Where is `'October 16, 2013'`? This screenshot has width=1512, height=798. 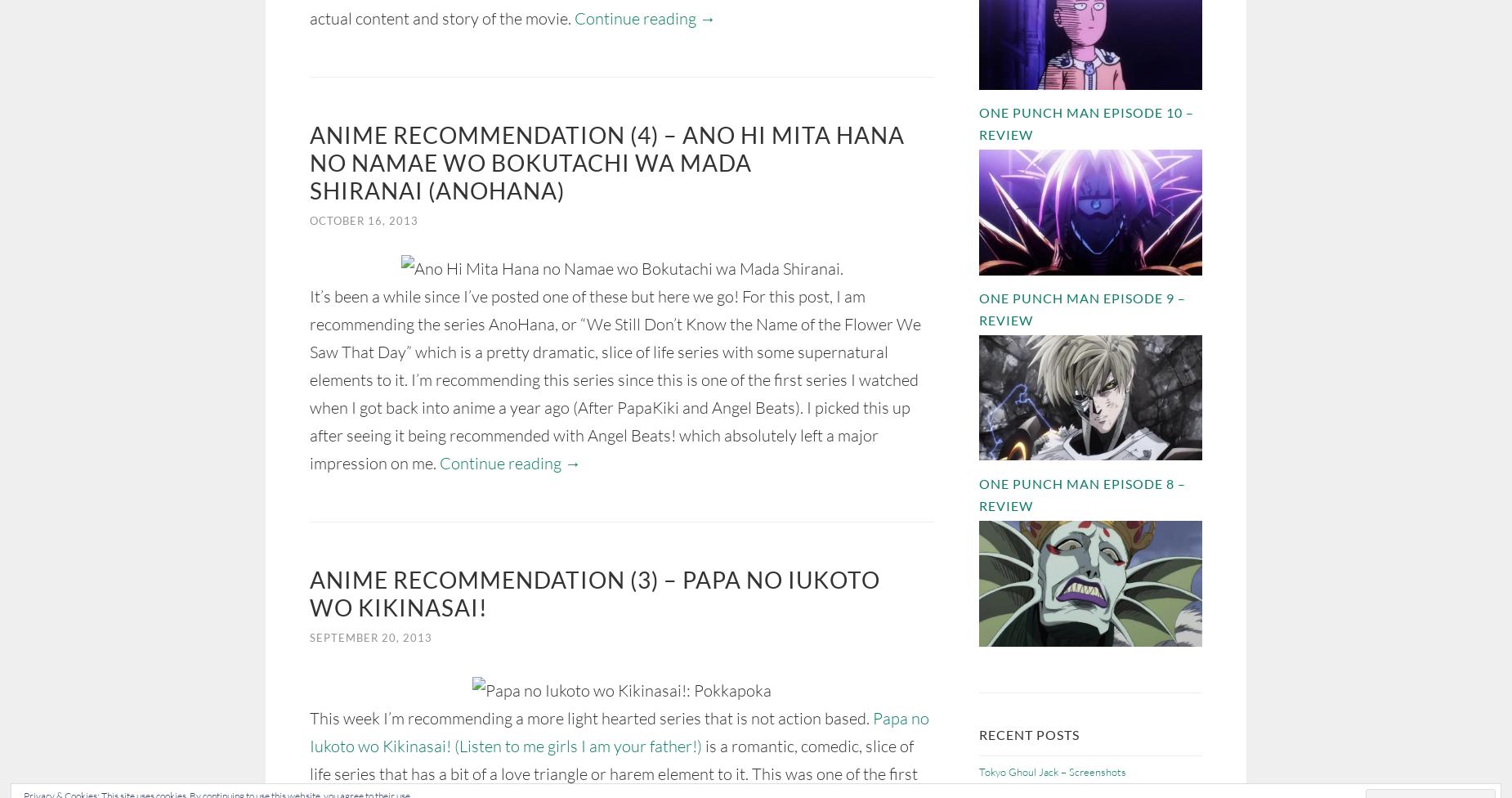 'October 16, 2013' is located at coordinates (363, 220).